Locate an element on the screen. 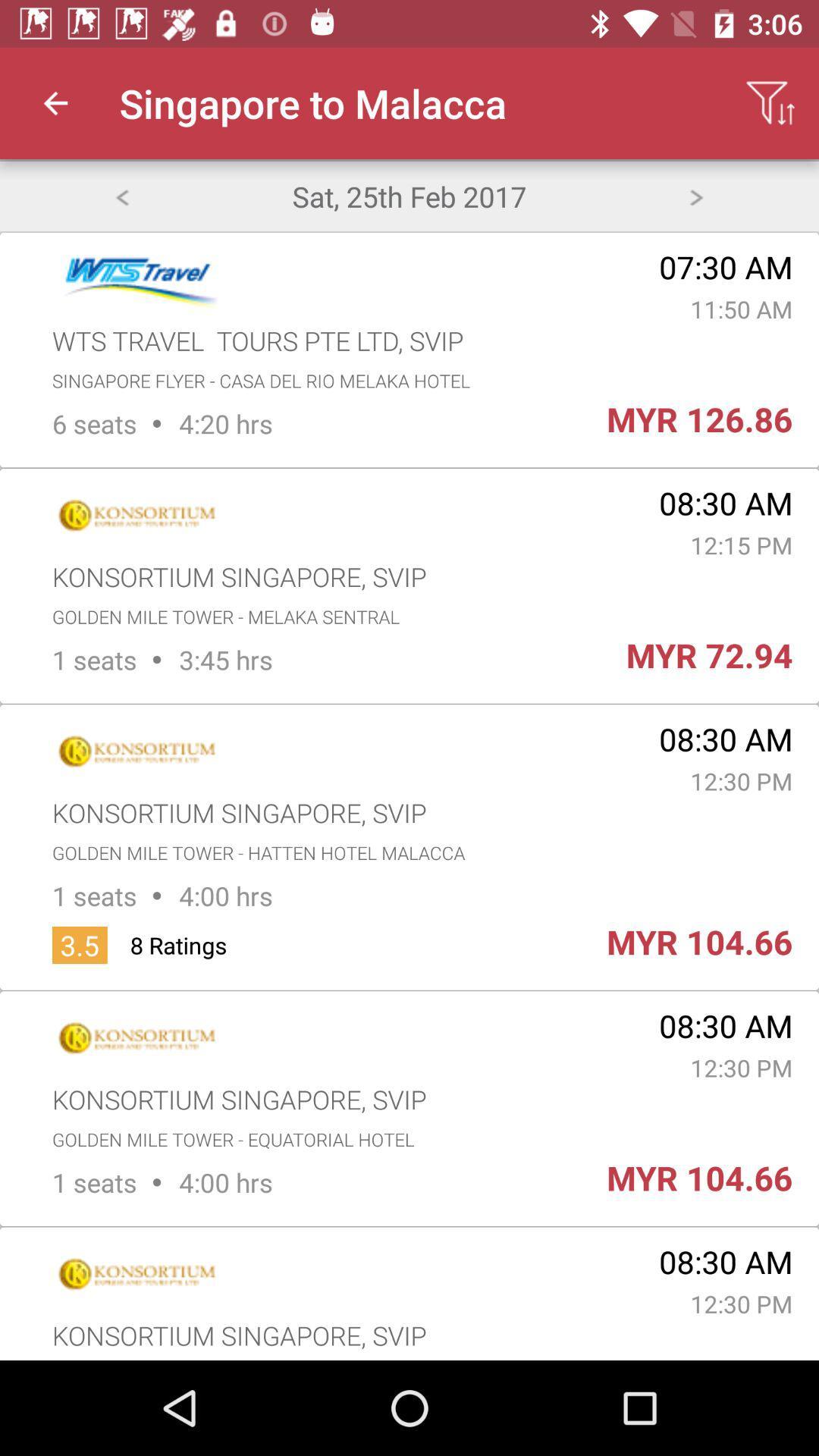  return to previous page is located at coordinates (121, 195).